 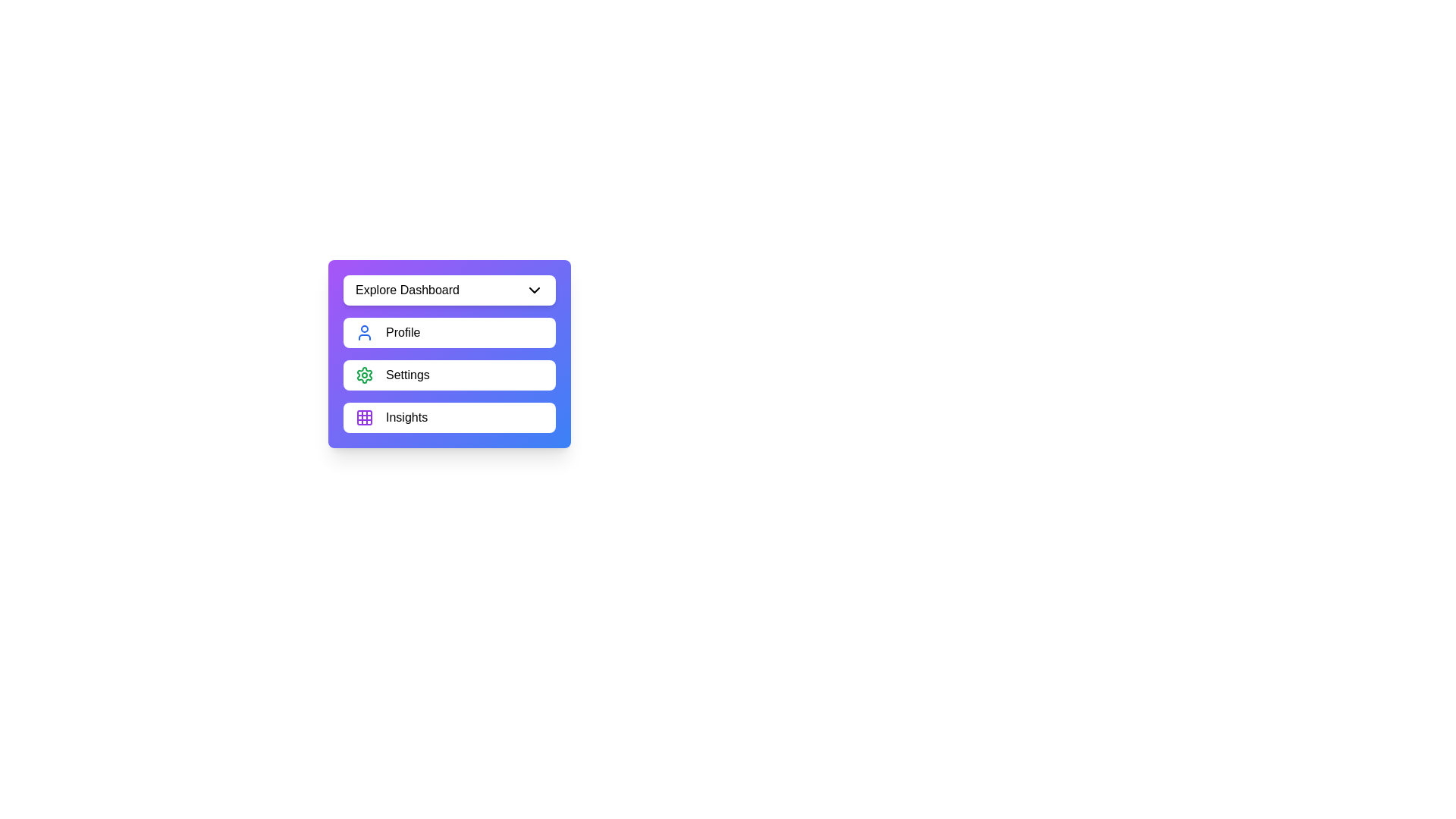 What do you see at coordinates (449, 375) in the screenshot?
I see `the menu item Settings` at bounding box center [449, 375].